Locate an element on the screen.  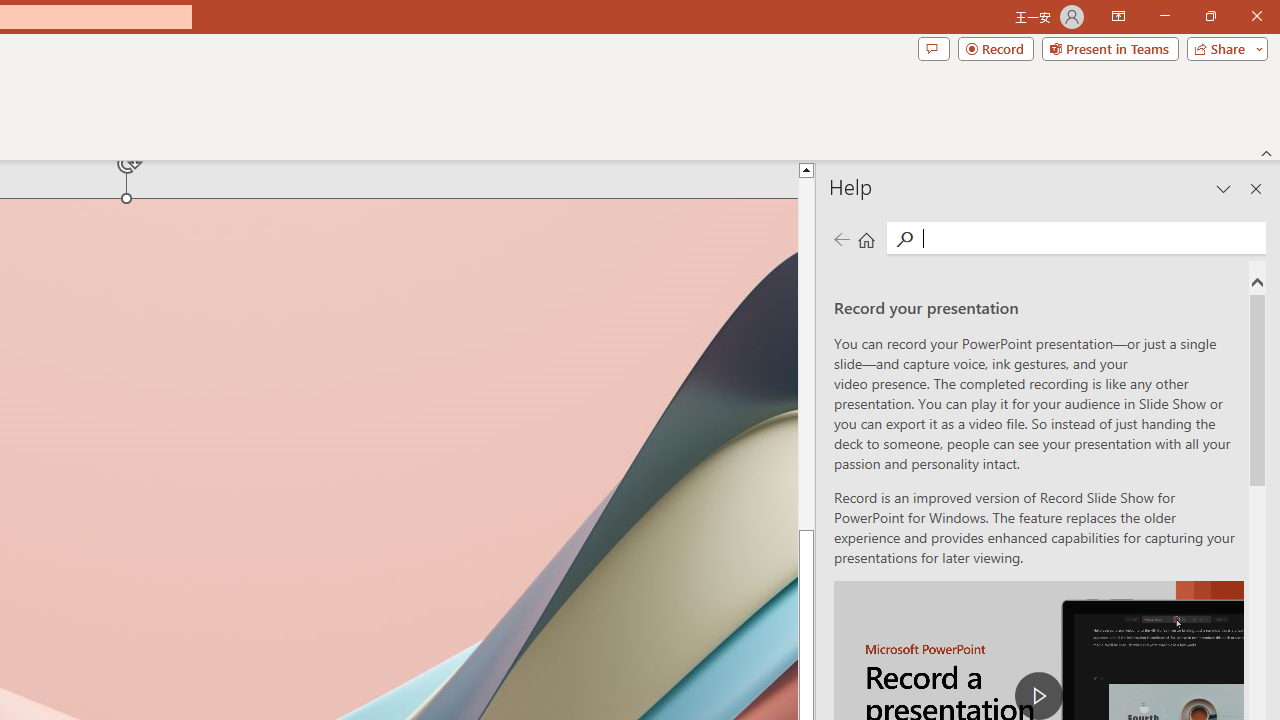
'Previous page' is located at coordinates (841, 238).